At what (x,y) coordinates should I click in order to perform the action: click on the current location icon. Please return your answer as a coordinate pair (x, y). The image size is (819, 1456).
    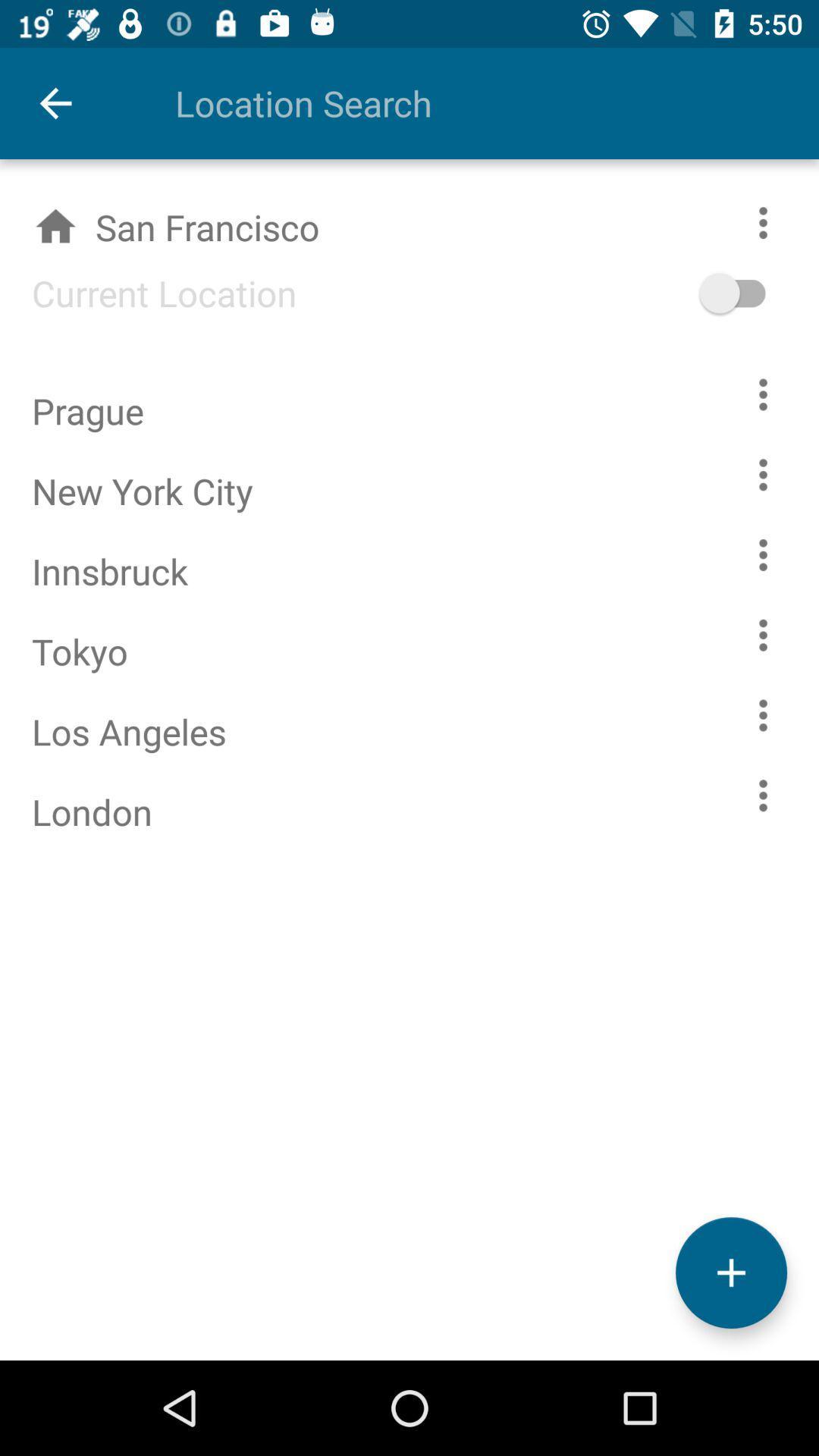
    Looking at the image, I should click on (148, 293).